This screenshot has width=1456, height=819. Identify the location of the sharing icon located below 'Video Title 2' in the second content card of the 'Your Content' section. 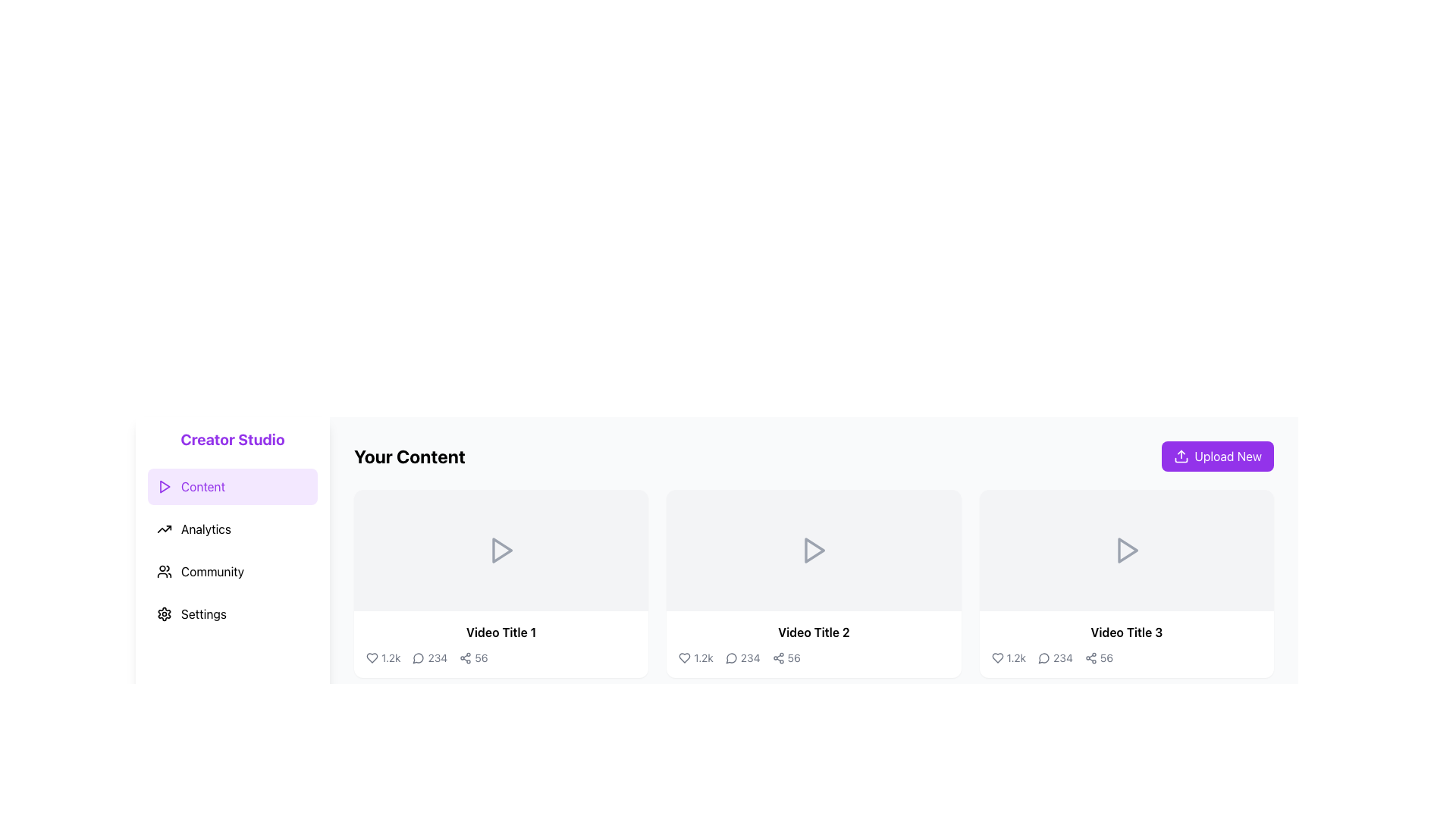
(778, 657).